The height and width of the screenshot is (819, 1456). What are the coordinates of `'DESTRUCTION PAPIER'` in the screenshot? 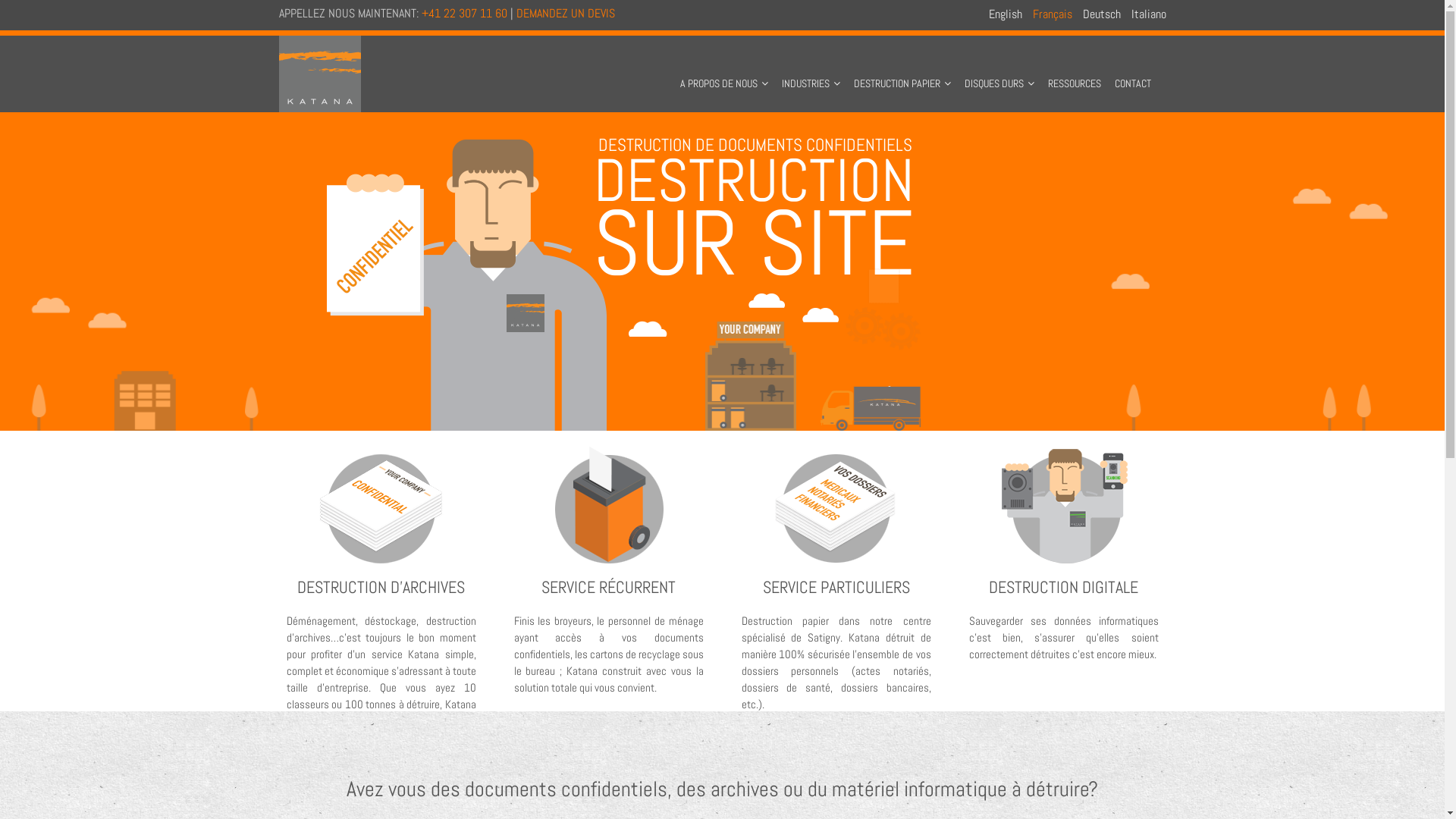 It's located at (902, 71).